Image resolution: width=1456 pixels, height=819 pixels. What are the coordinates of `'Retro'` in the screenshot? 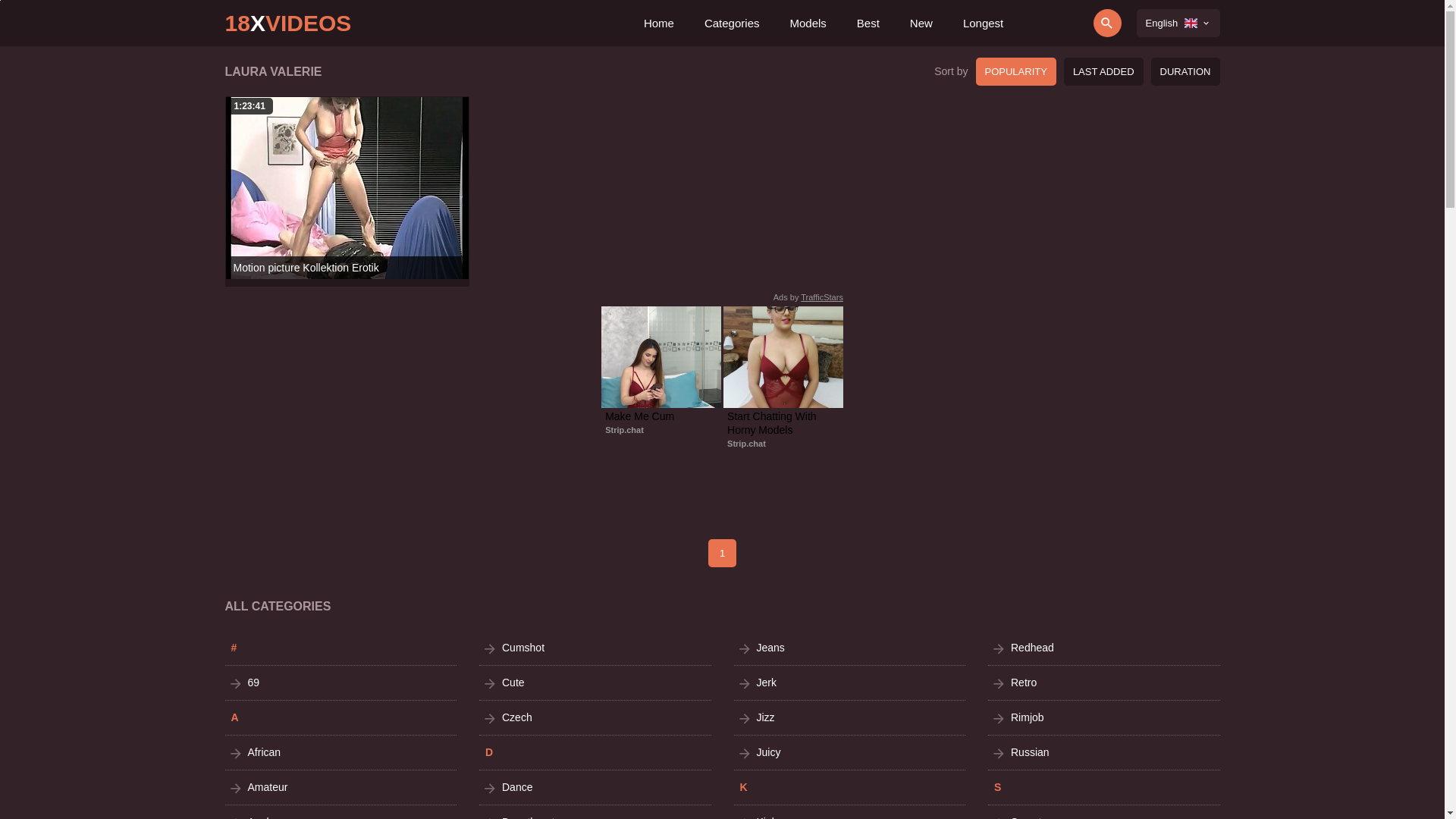 It's located at (1103, 682).